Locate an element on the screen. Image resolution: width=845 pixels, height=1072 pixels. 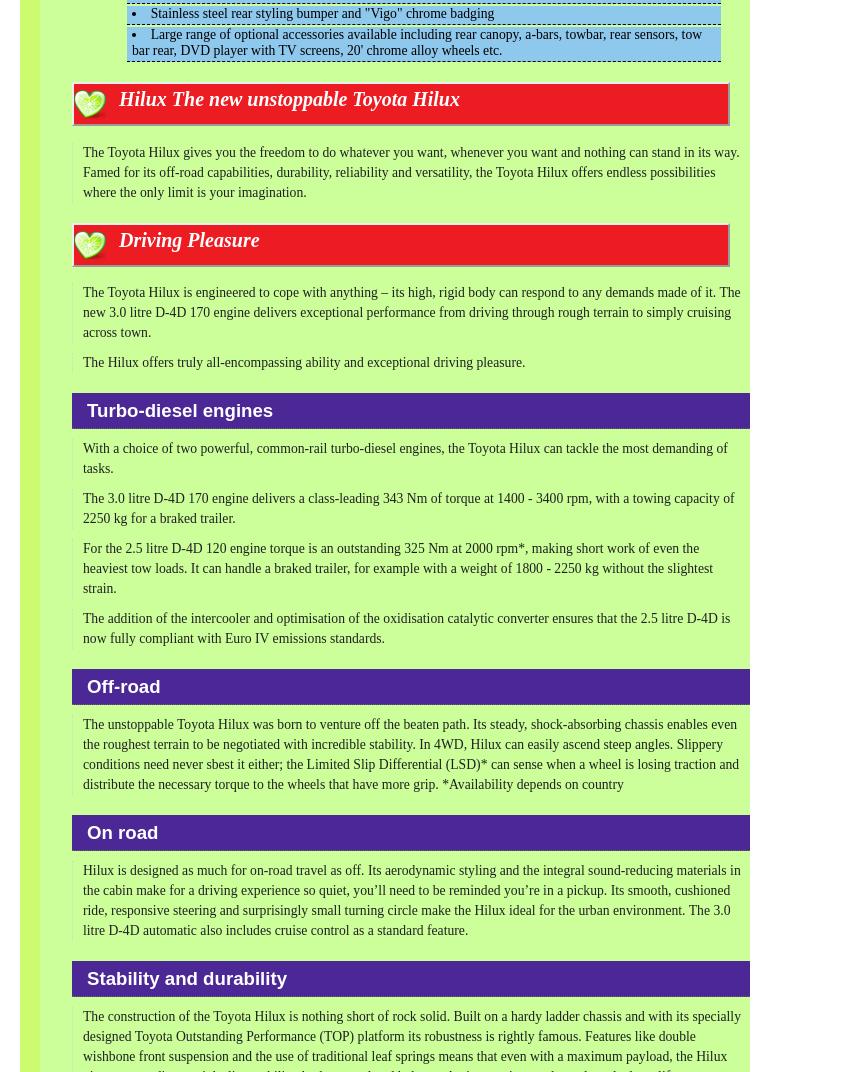
'Turbo-diesel engines' is located at coordinates (178, 409).